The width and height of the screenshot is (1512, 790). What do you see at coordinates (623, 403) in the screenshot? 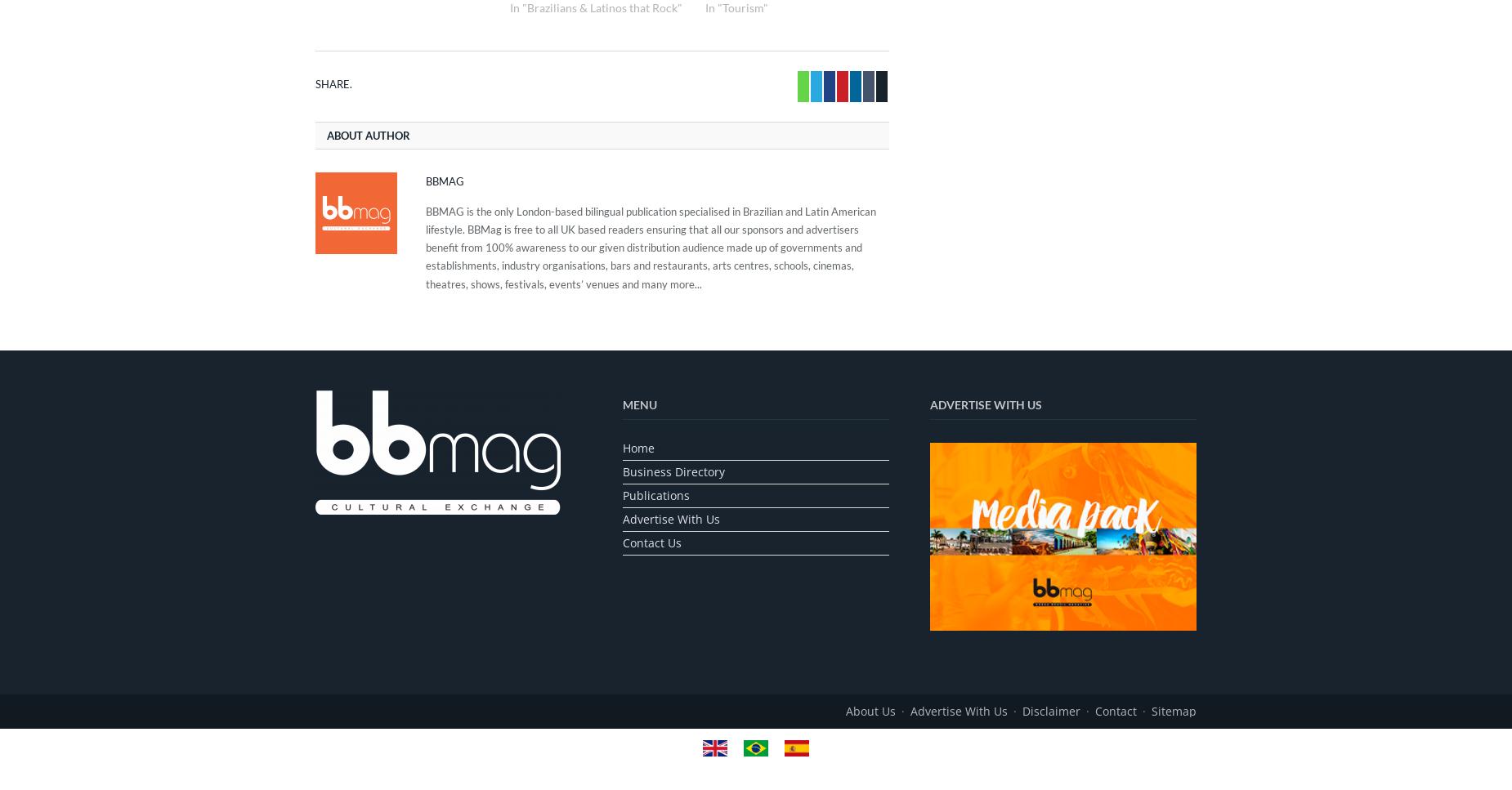
I see `'Menu'` at bounding box center [623, 403].